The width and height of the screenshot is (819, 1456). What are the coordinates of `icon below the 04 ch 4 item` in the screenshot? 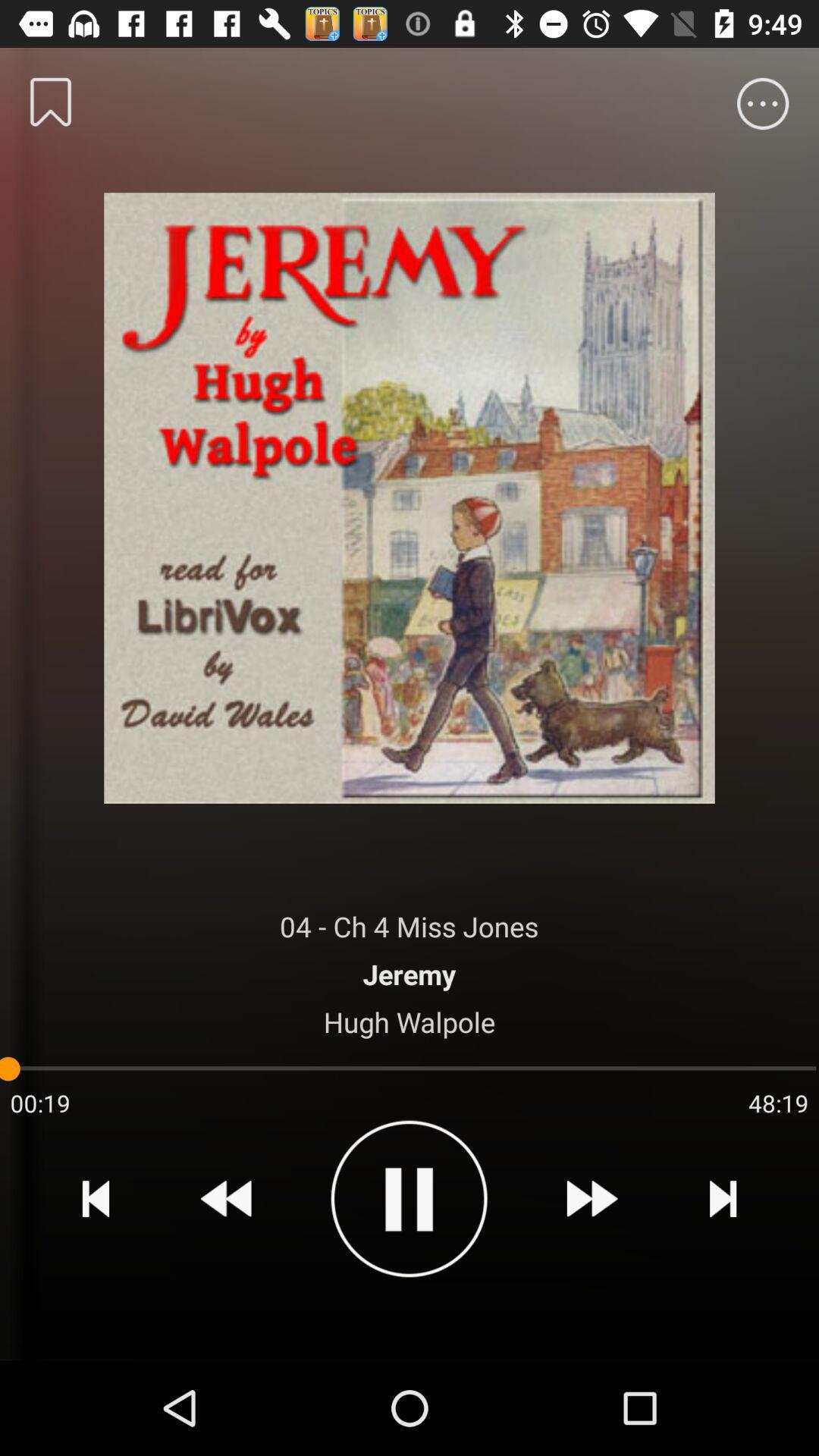 It's located at (409, 974).